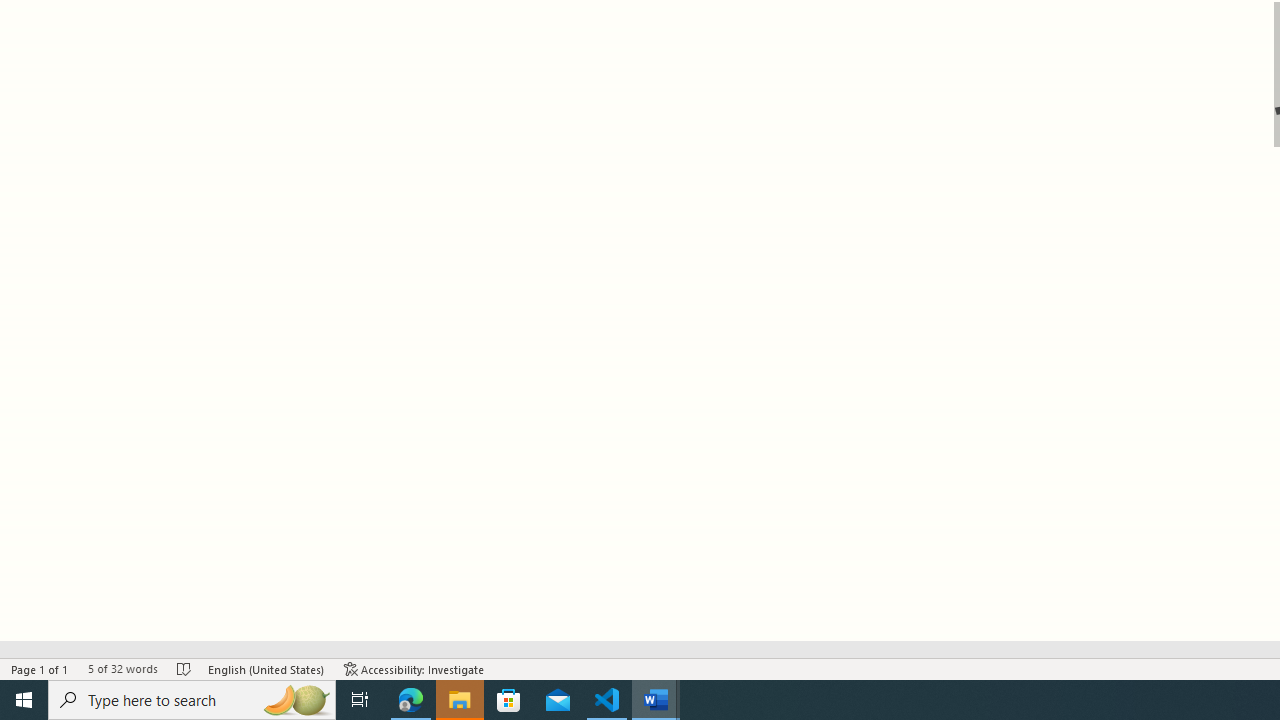 This screenshot has width=1280, height=720. What do you see at coordinates (265, 669) in the screenshot?
I see `'Language English (United States)'` at bounding box center [265, 669].